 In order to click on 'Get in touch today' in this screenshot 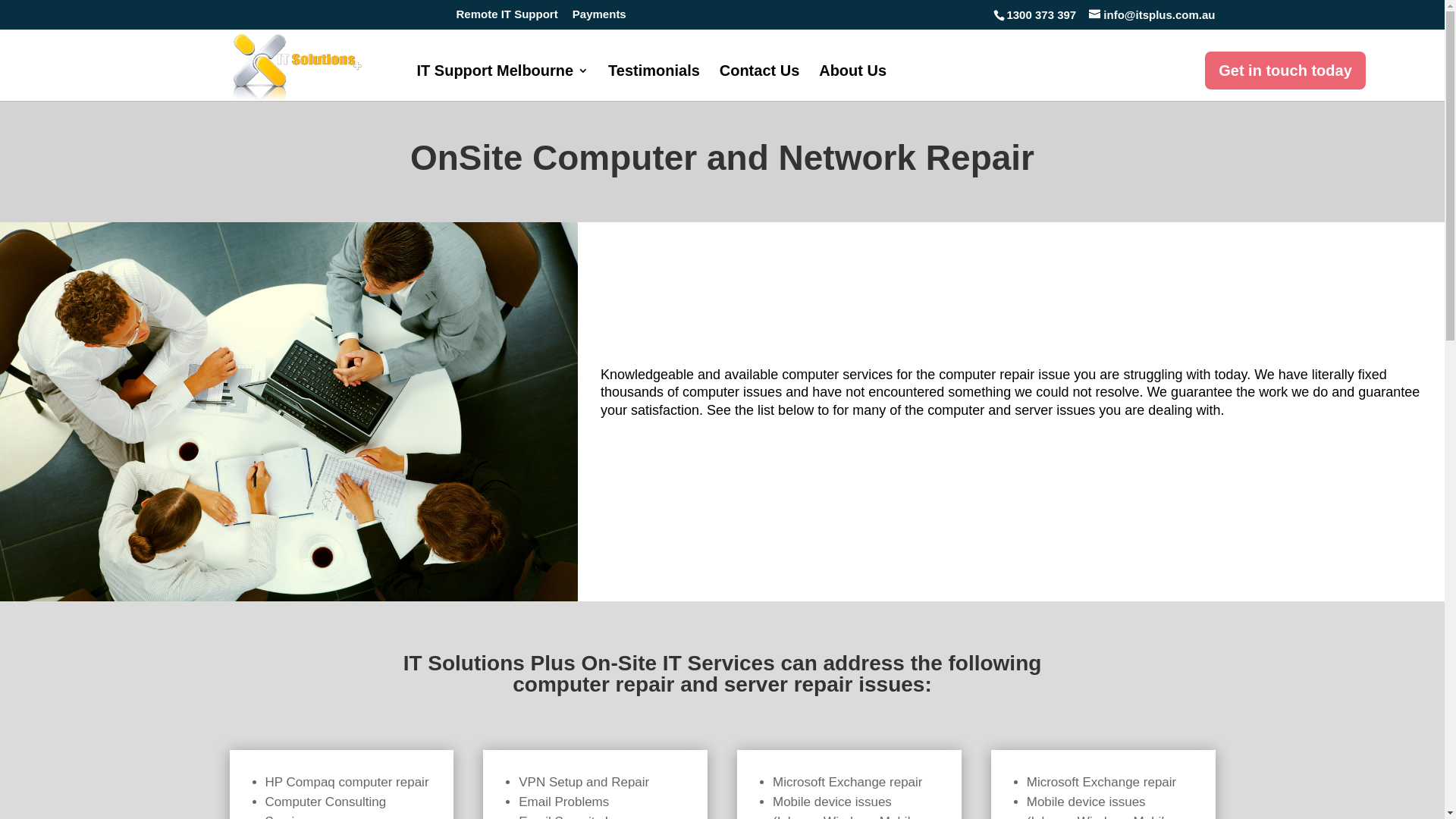, I will do `click(1284, 70)`.